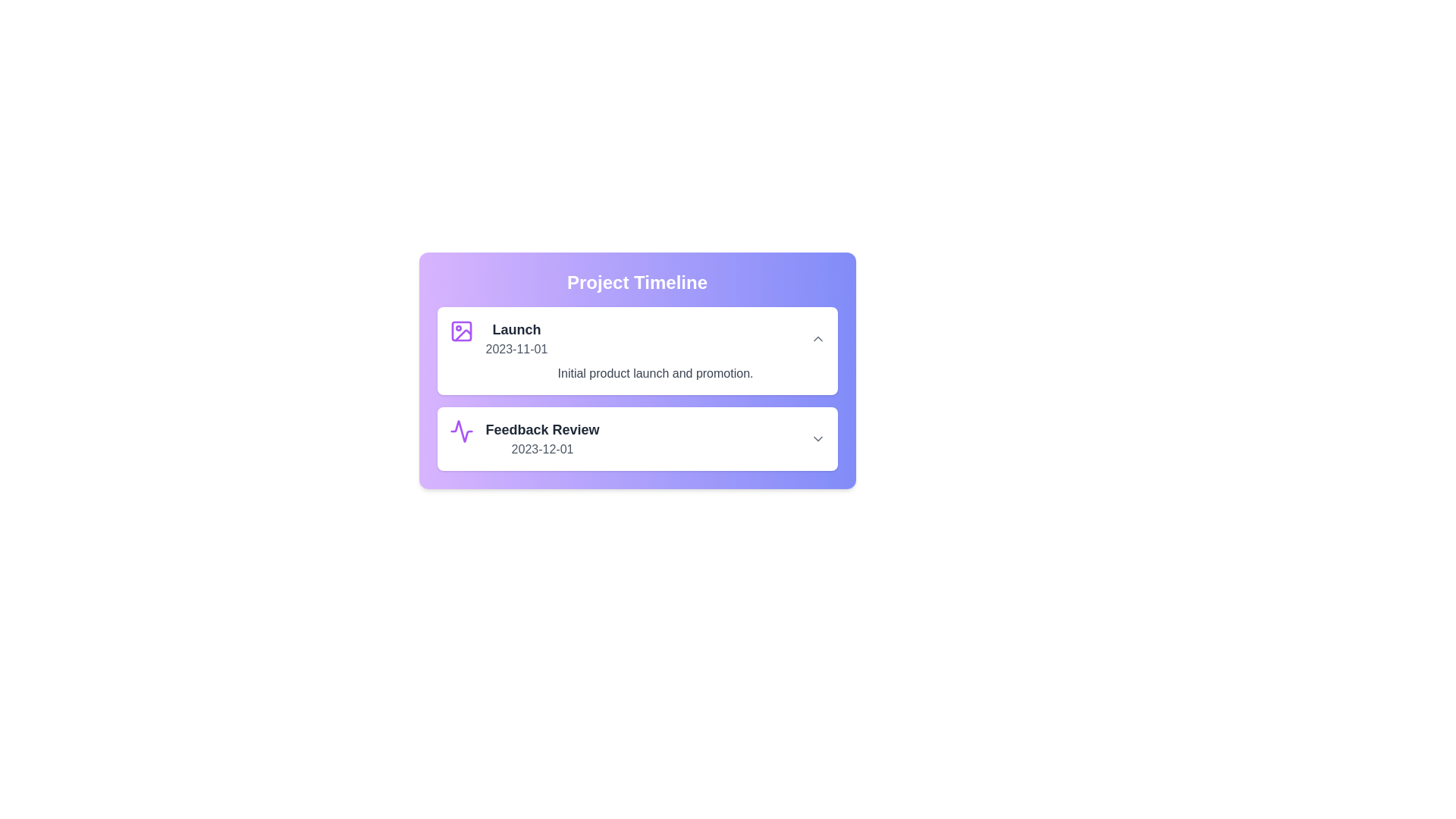 Image resolution: width=1456 pixels, height=819 pixels. Describe the element at coordinates (817, 438) in the screenshot. I see `the Chevron icon (dropdown toggle) located on the far-right side of the 'Feedback Review' line item in the 'Project Timeline' section` at that location.